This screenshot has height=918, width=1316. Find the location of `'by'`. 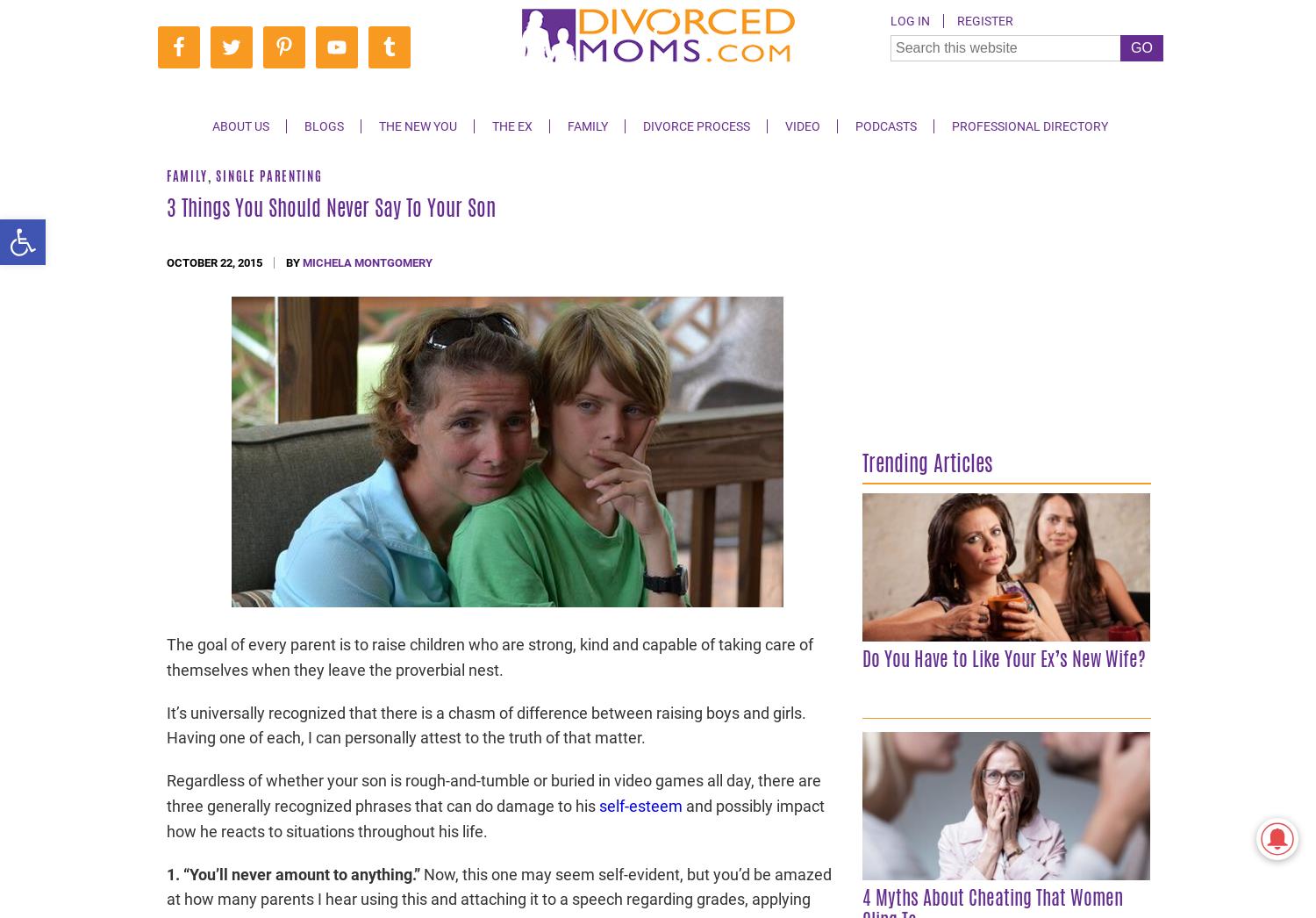

'by' is located at coordinates (293, 262).